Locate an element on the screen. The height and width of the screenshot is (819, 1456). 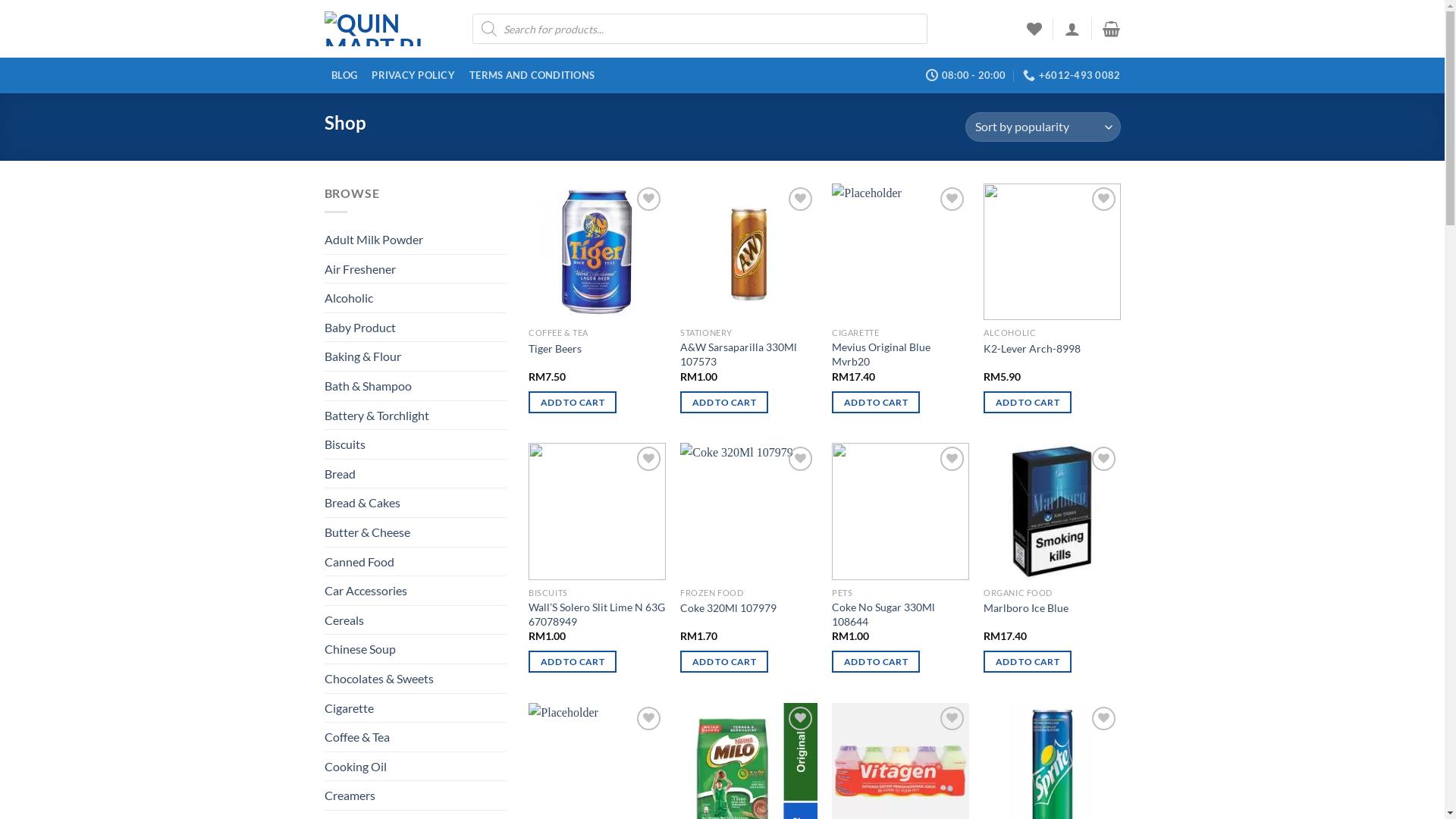
'+6012-493 0082' is located at coordinates (1071, 75).